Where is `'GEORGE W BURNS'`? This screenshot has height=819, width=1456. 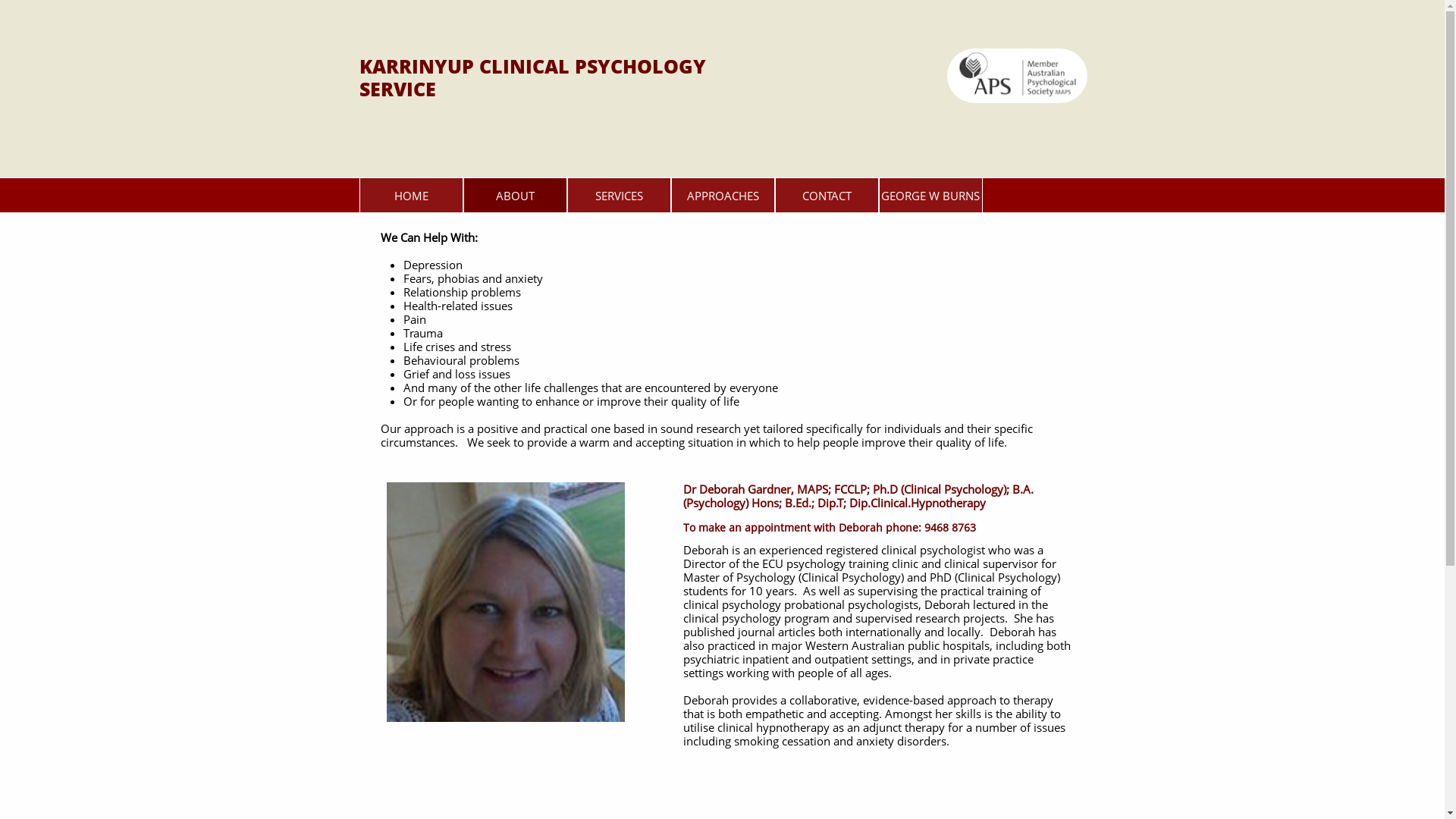 'GEORGE W BURNS' is located at coordinates (929, 194).